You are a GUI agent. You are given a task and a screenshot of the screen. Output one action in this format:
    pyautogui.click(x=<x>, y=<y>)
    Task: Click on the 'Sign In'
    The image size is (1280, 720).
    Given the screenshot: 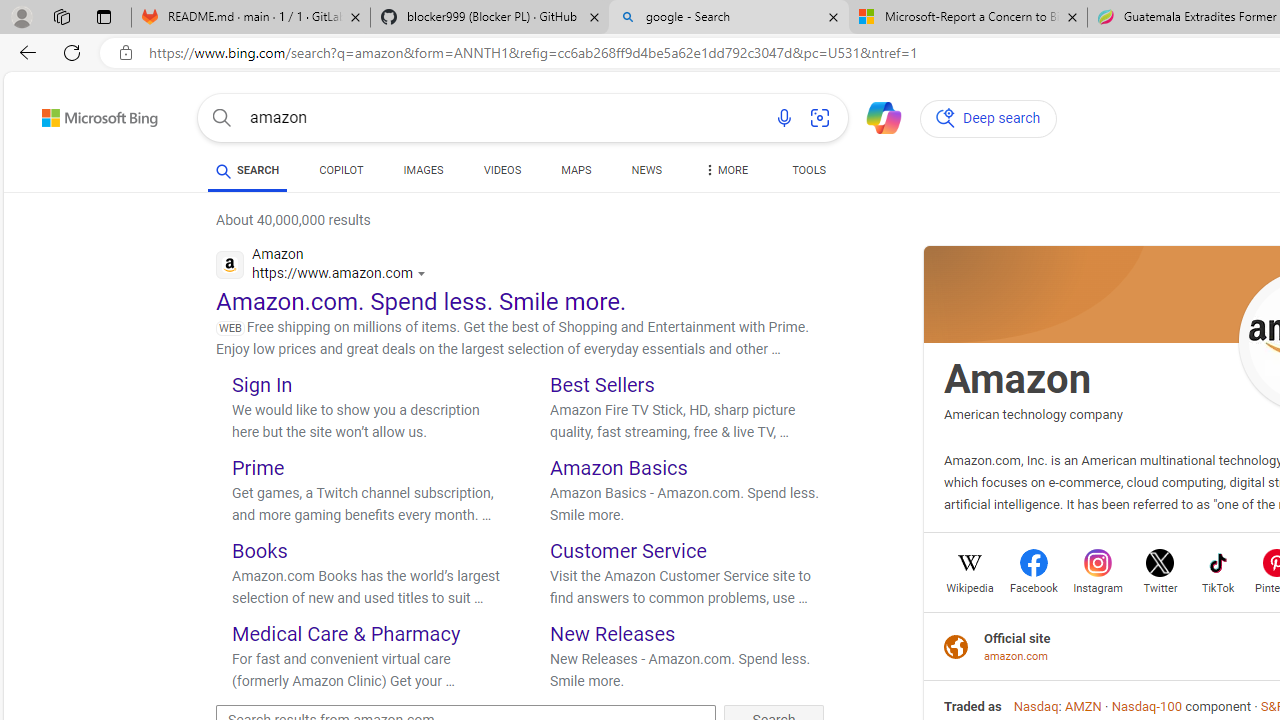 What is the action you would take?
    pyautogui.click(x=261, y=384)
    